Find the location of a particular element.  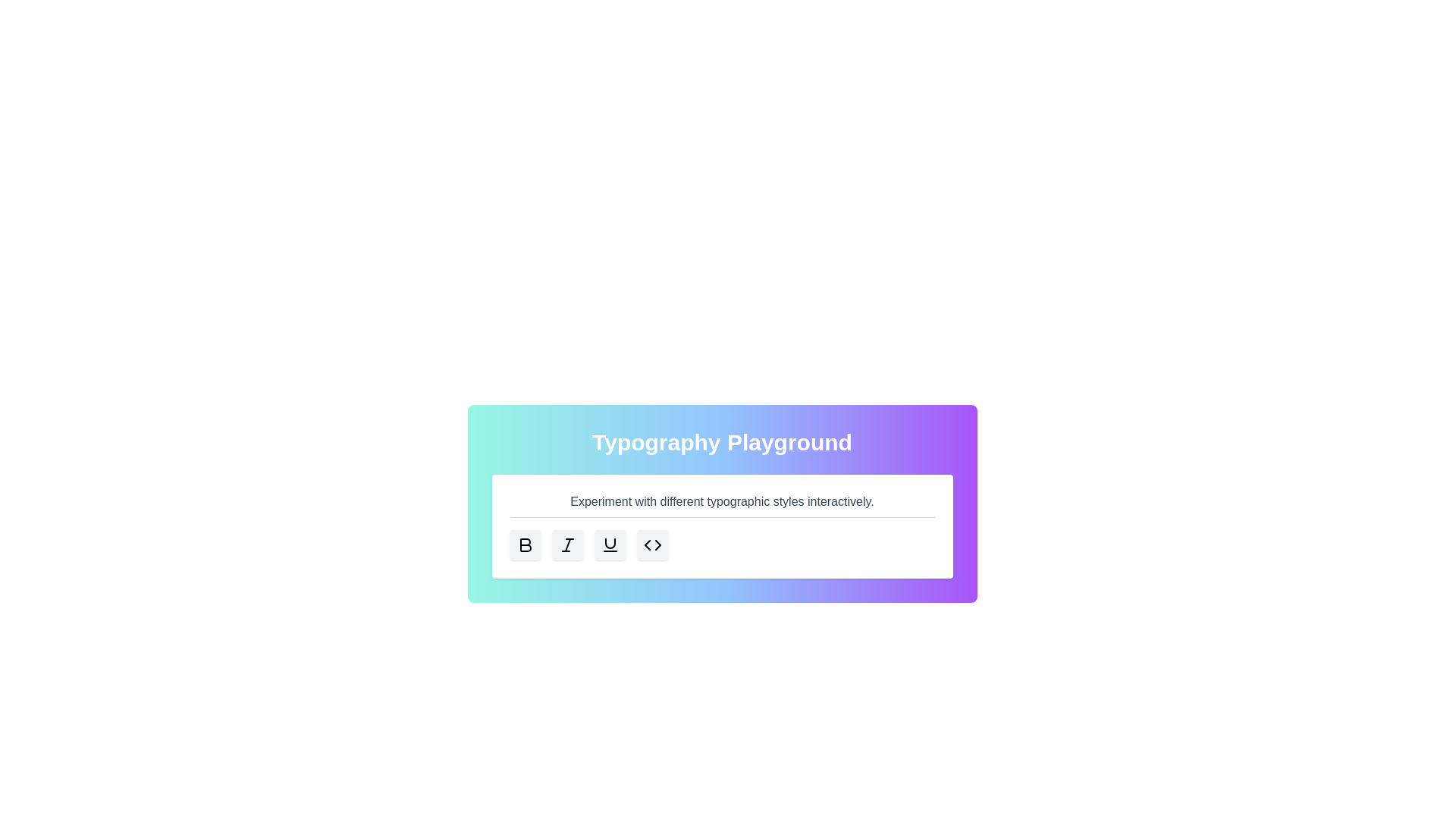

the middle diagonal line component of the italic text icon is located at coordinates (566, 544).